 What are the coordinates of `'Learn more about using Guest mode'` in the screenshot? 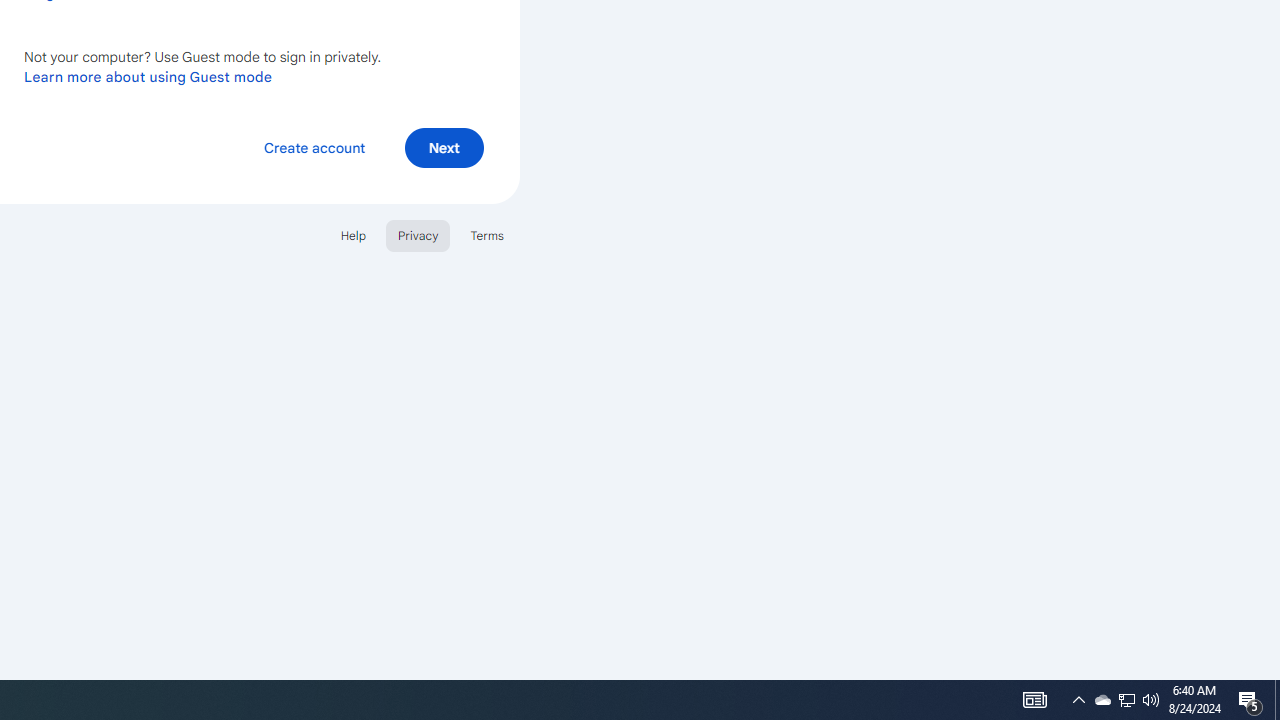 It's located at (147, 75).